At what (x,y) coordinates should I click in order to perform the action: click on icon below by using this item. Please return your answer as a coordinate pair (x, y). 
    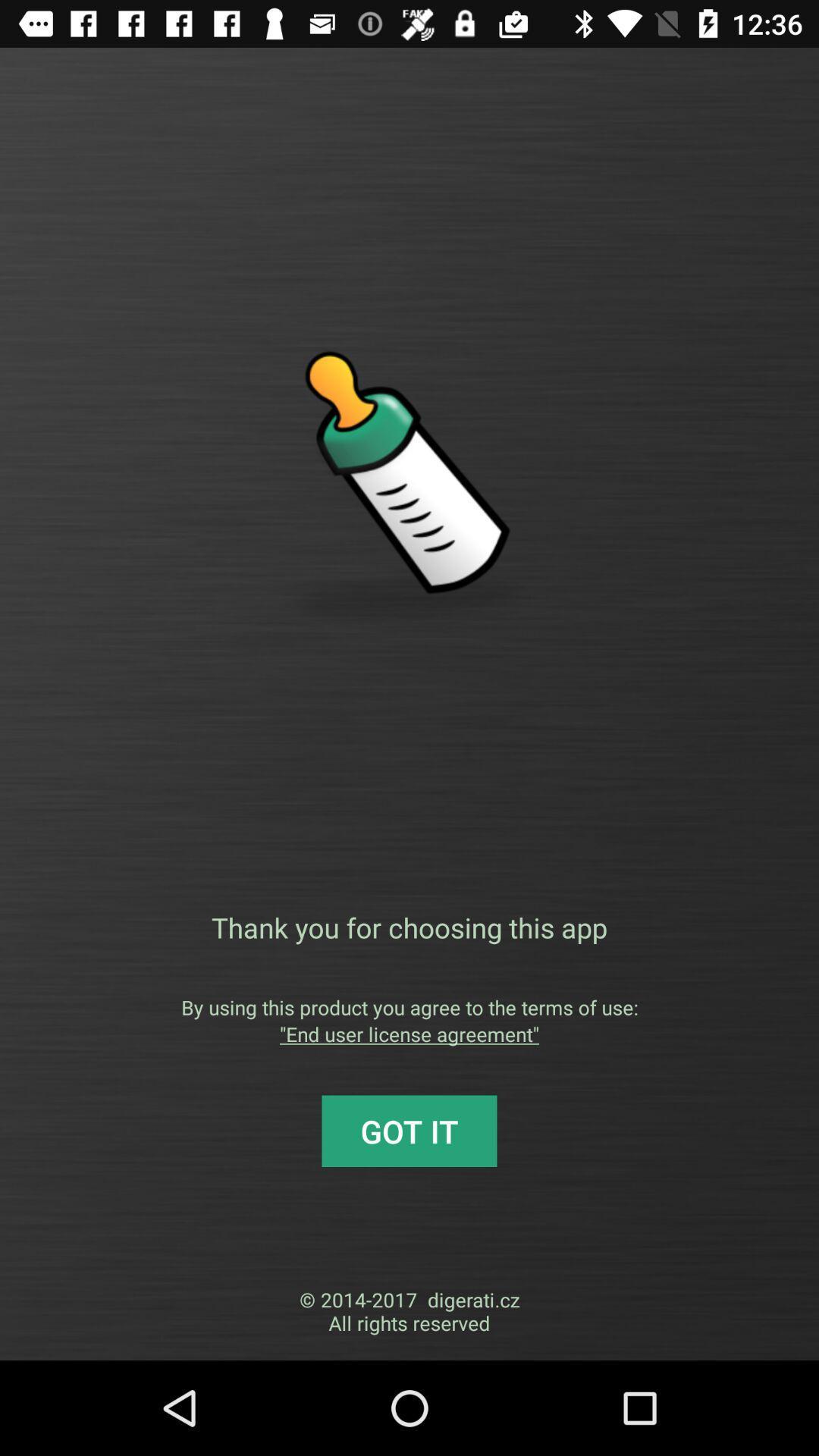
    Looking at the image, I should click on (409, 1033).